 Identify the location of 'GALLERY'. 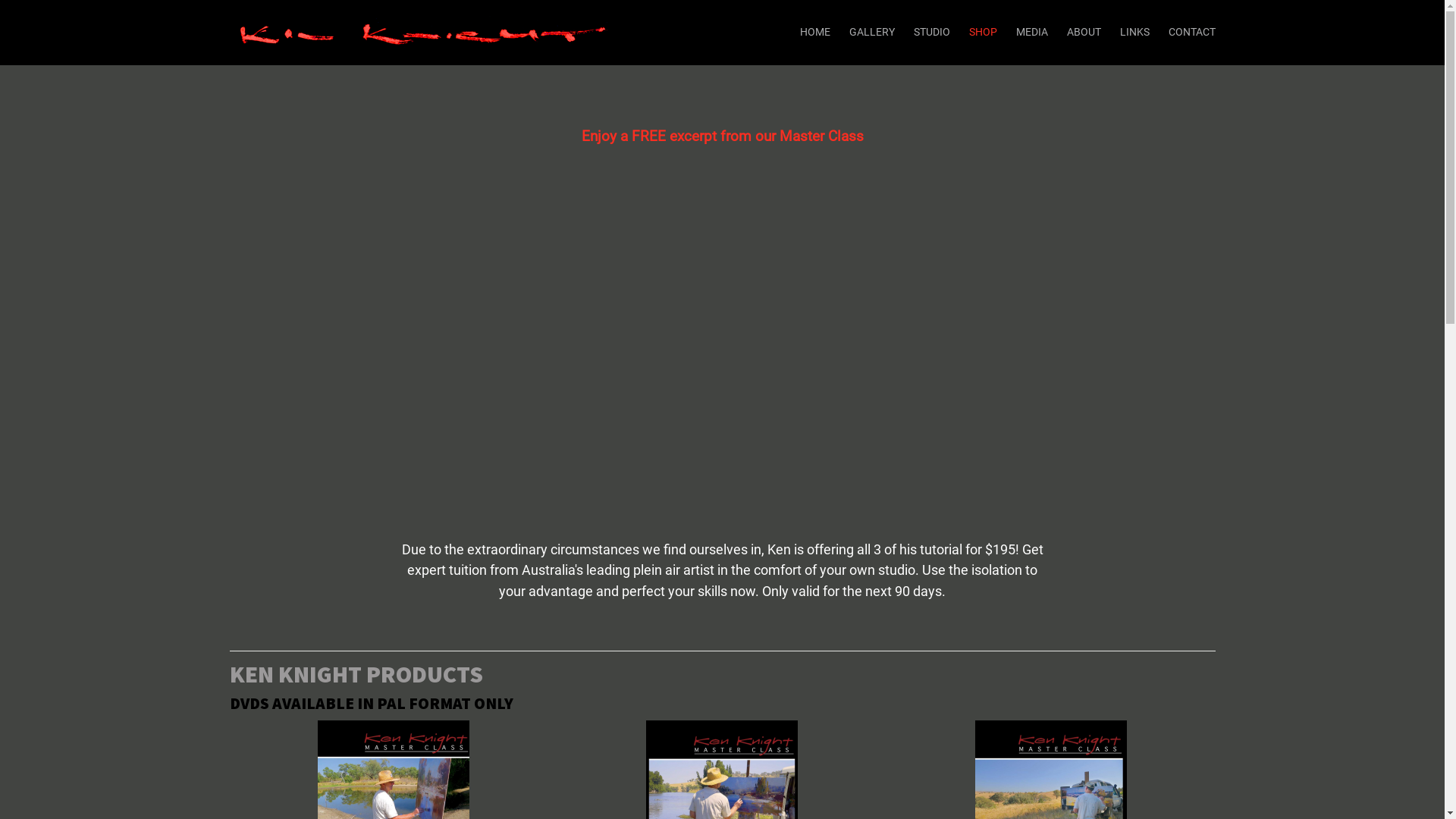
(872, 32).